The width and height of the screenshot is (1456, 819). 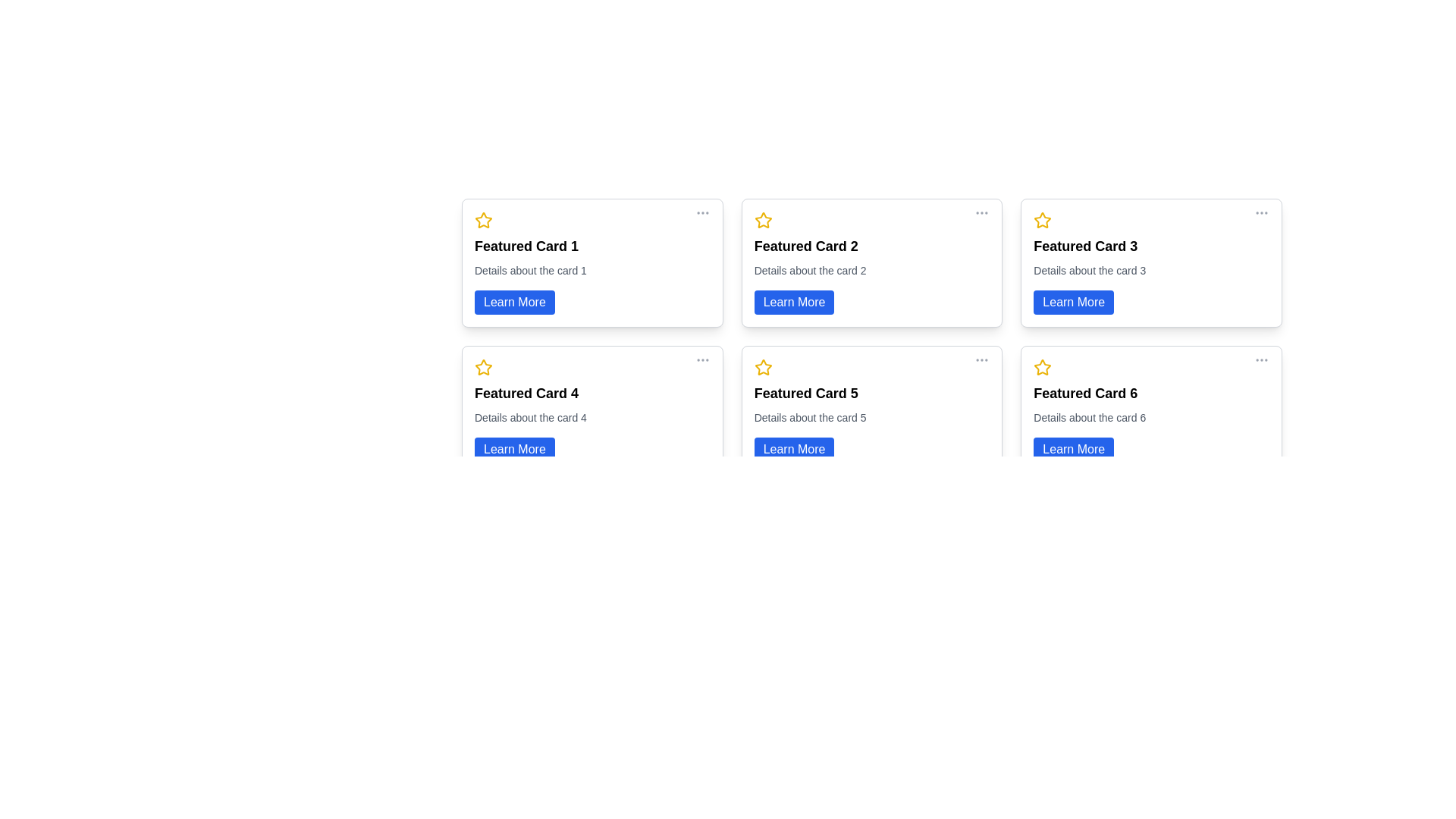 What do you see at coordinates (483, 368) in the screenshot?
I see `the yellow star-shaped icon located at the top-left corner of the 'Featured Card 4', which is part of a grid layout of cards` at bounding box center [483, 368].